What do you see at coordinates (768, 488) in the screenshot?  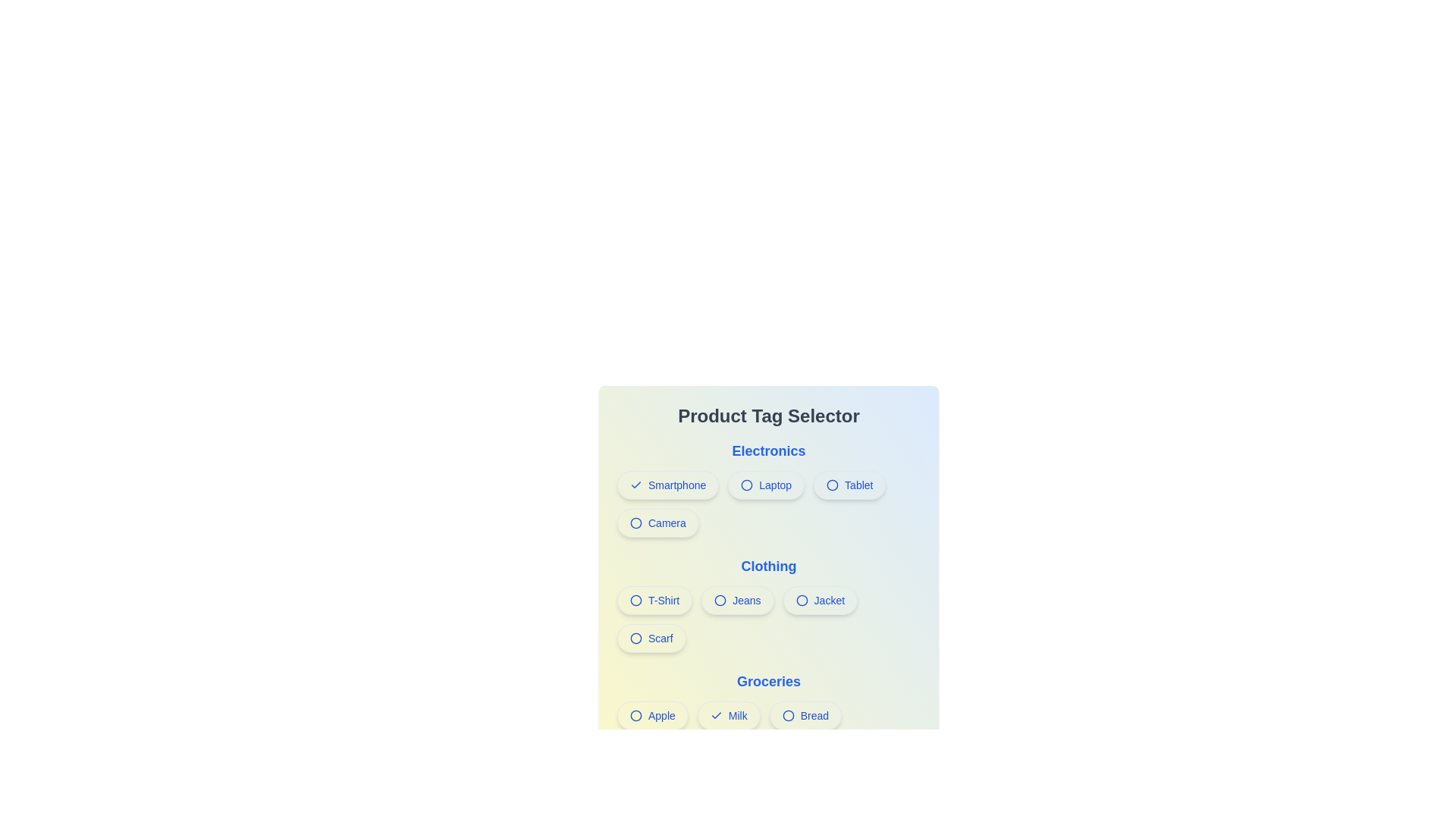 I see `the 'Laptop' category button, which is the second option in a list of four under the 'Electronics' category` at bounding box center [768, 488].